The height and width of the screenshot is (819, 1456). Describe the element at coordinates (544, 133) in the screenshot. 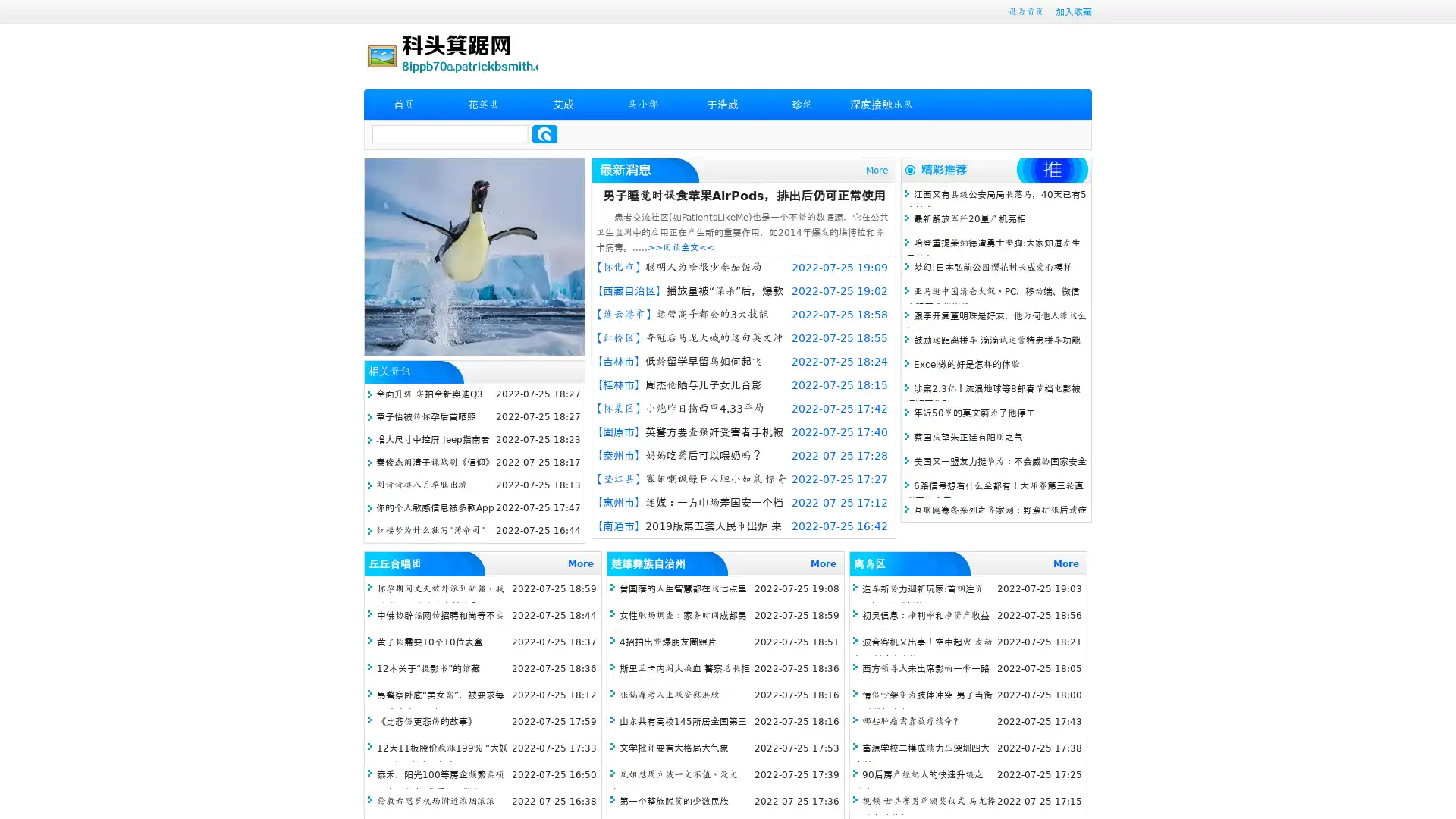

I see `Search` at that location.